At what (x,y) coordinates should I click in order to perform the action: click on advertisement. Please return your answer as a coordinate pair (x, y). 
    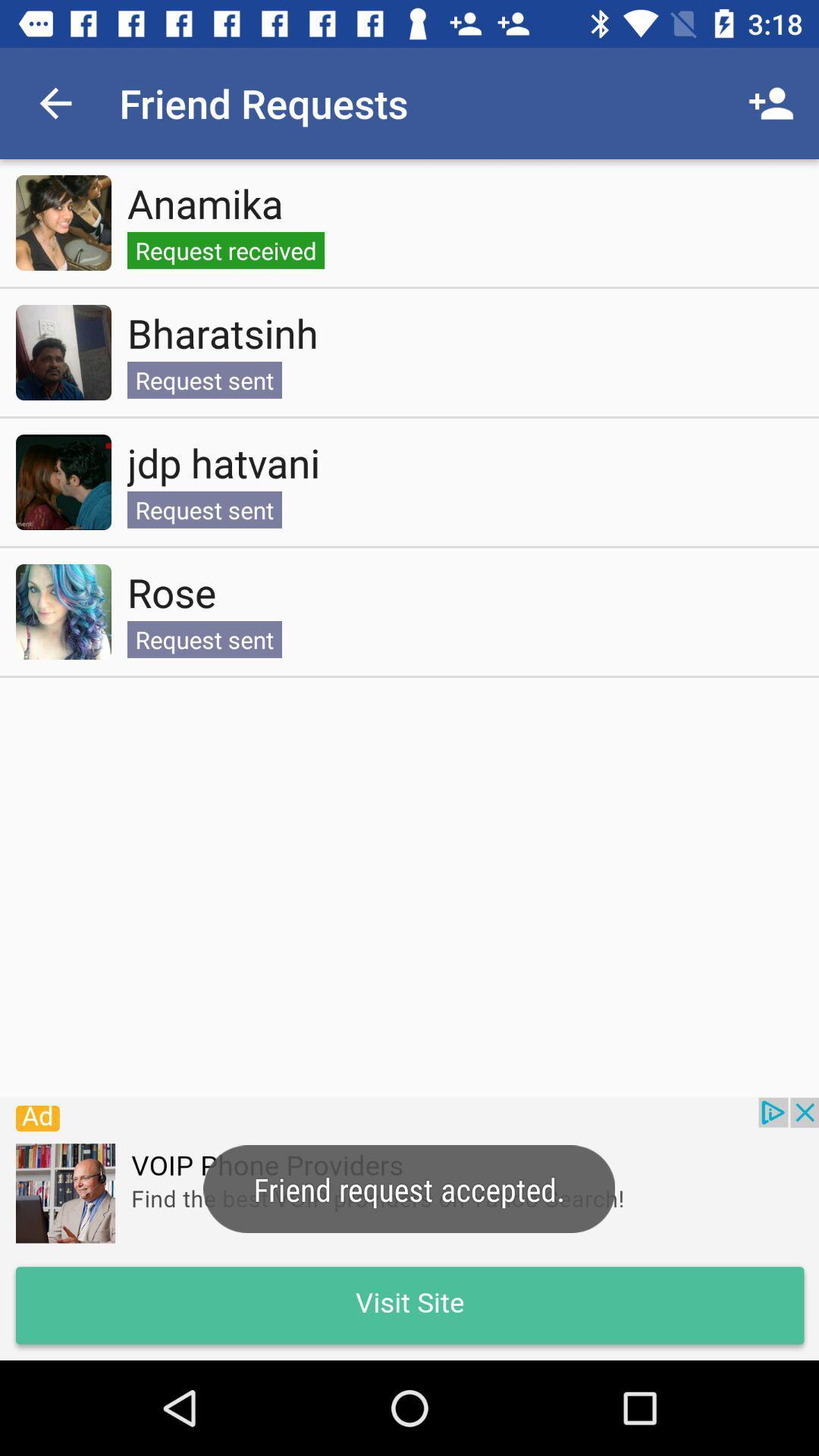
    Looking at the image, I should click on (409, 1228).